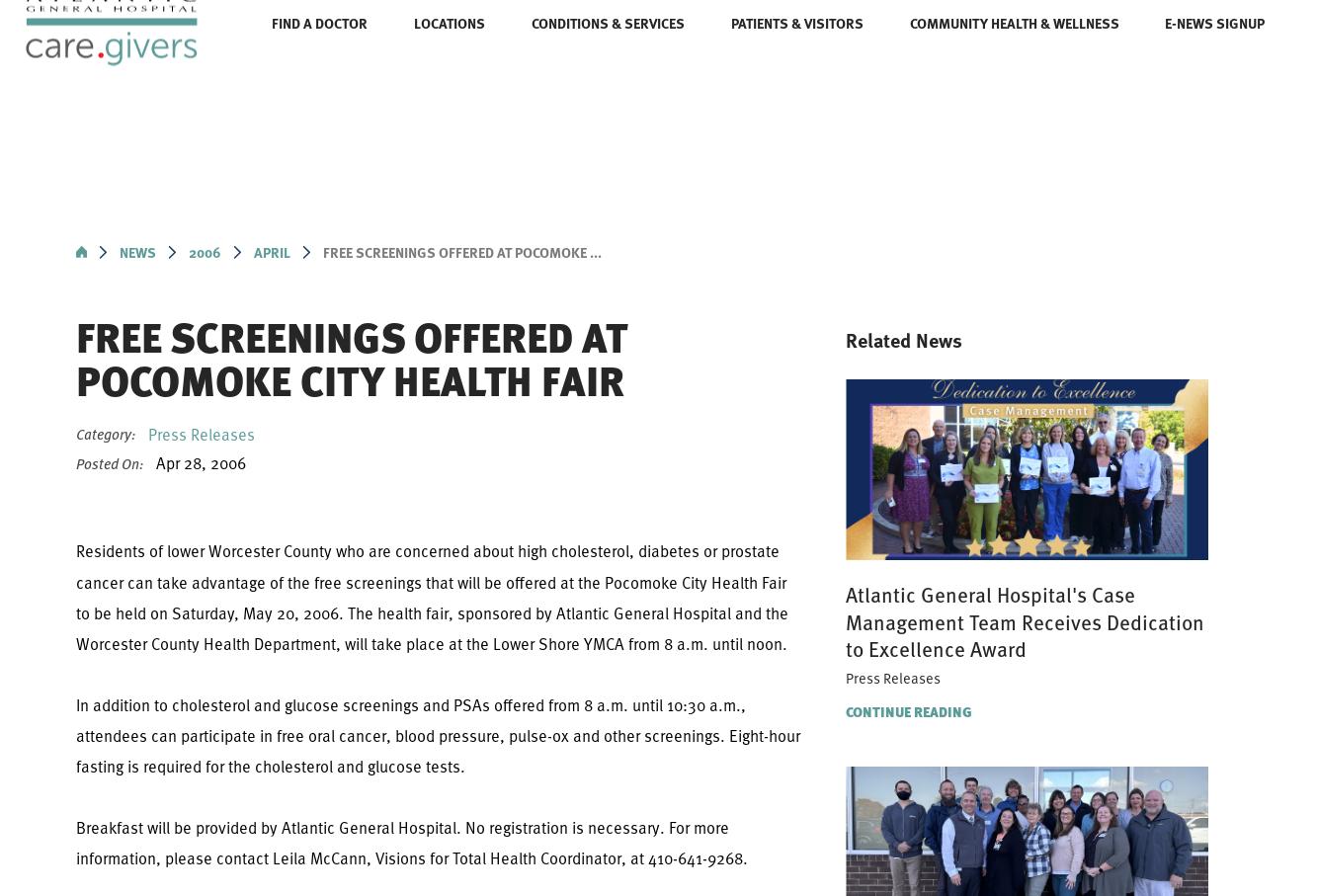 This screenshot has height=896, width=1317. Describe the element at coordinates (320, 419) in the screenshot. I see `'Wound Care Center'` at that location.